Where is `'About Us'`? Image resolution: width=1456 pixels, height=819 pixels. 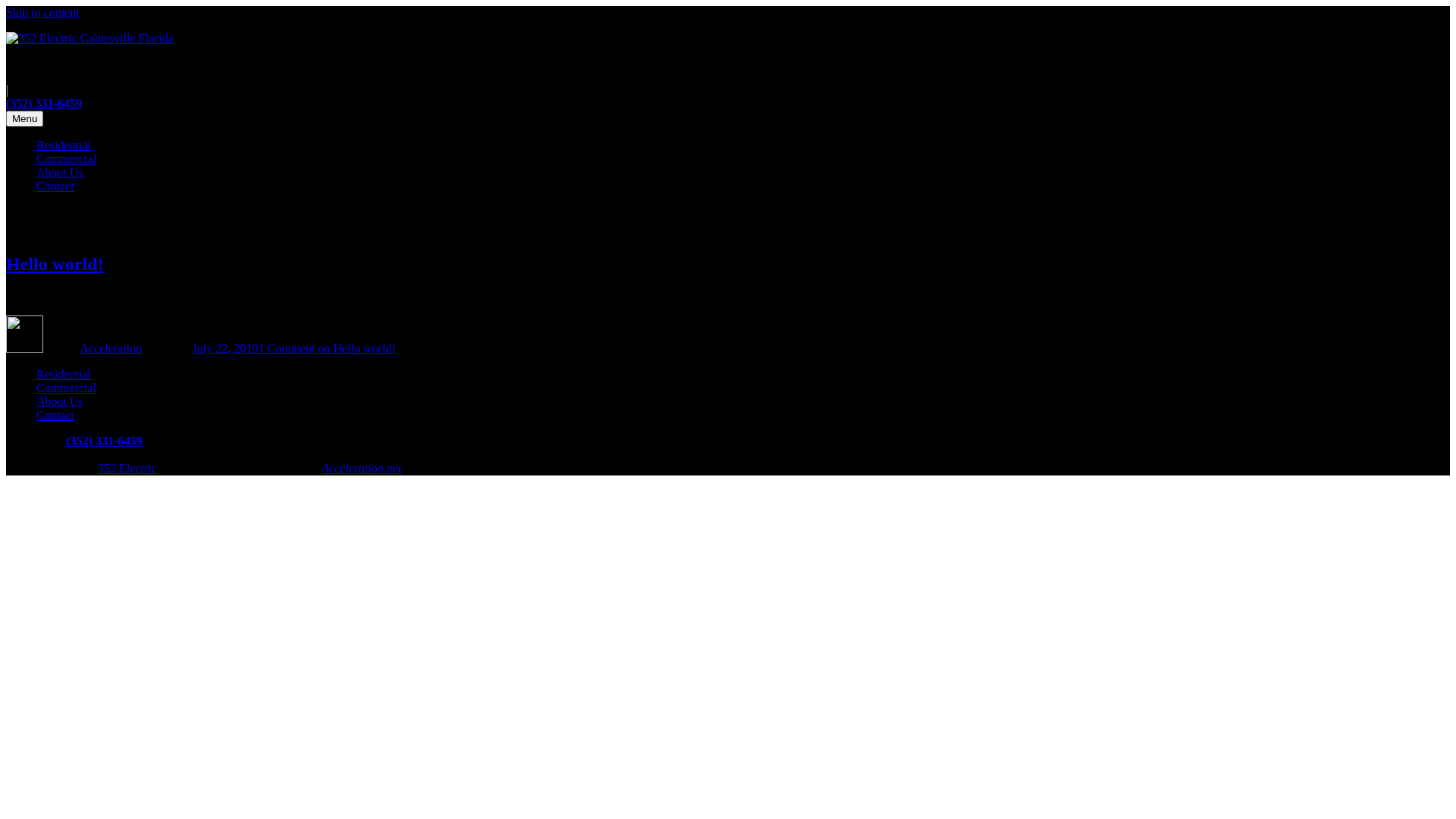 'About Us' is located at coordinates (59, 171).